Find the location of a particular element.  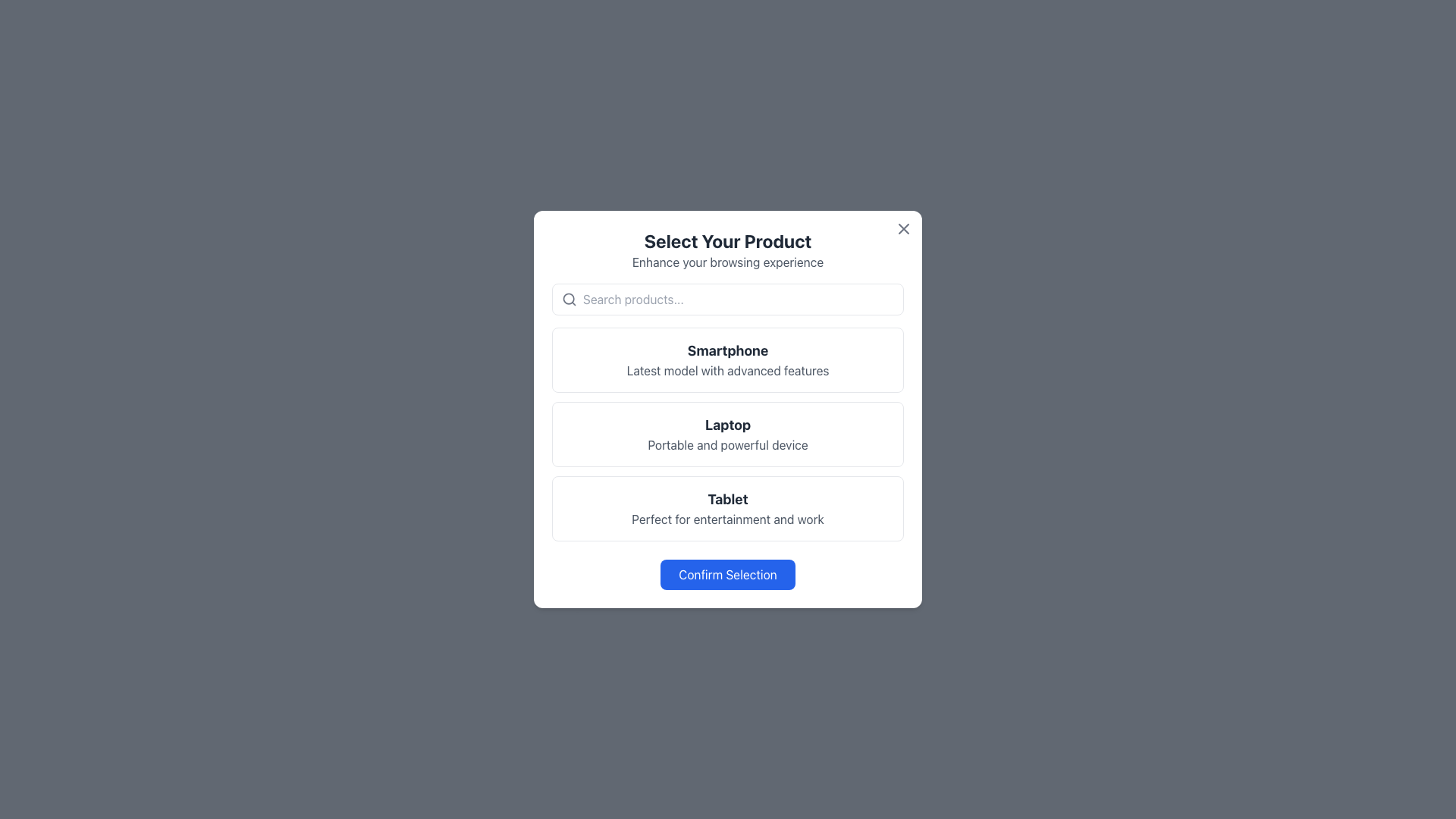

to select the 'Laptop' option from the selectable list item, which is centrally aligned in the gray overlay of the modal is located at coordinates (728, 409).